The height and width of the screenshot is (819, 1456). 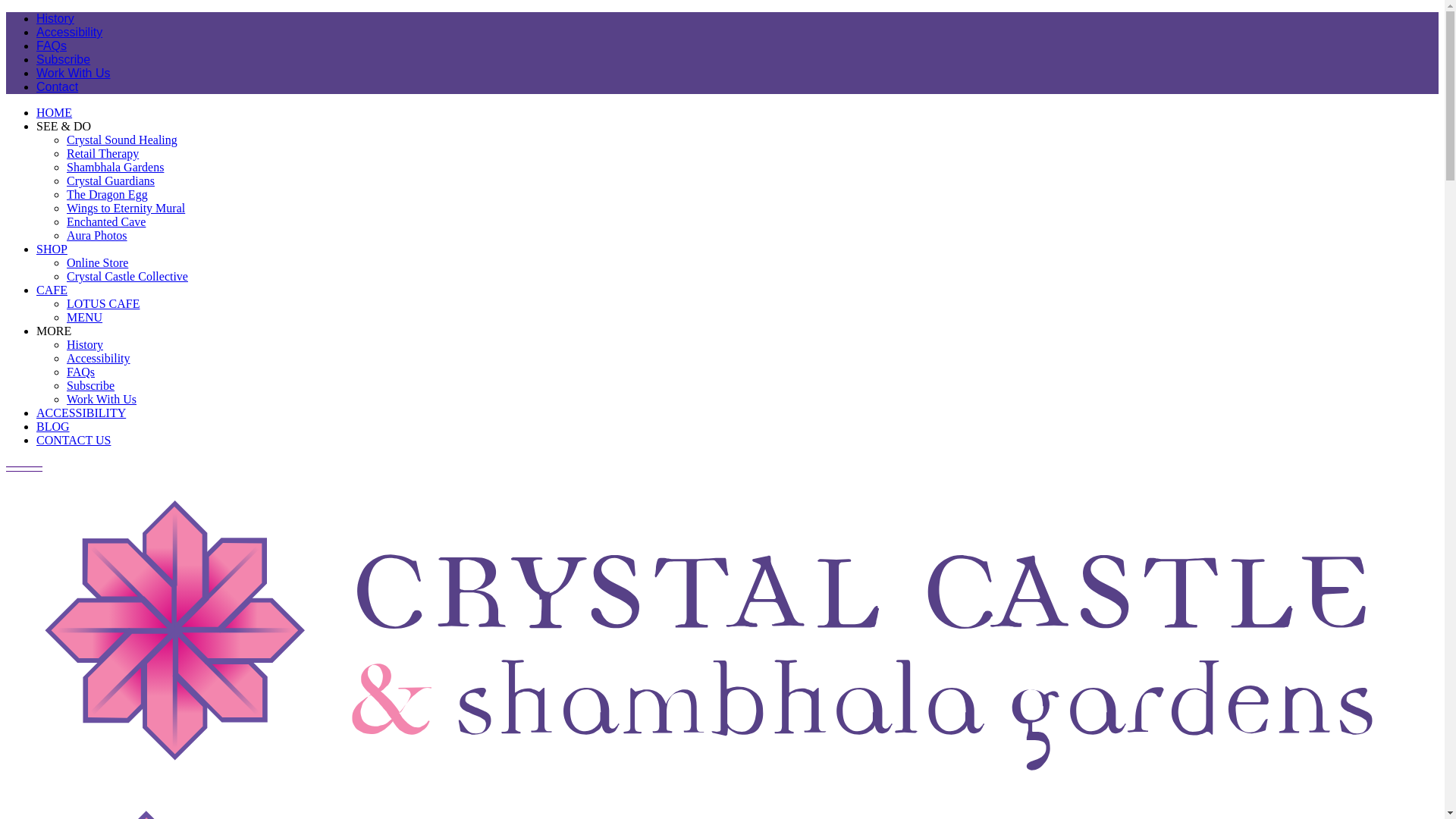 I want to click on 'The Dragon Egg', so click(x=65, y=193).